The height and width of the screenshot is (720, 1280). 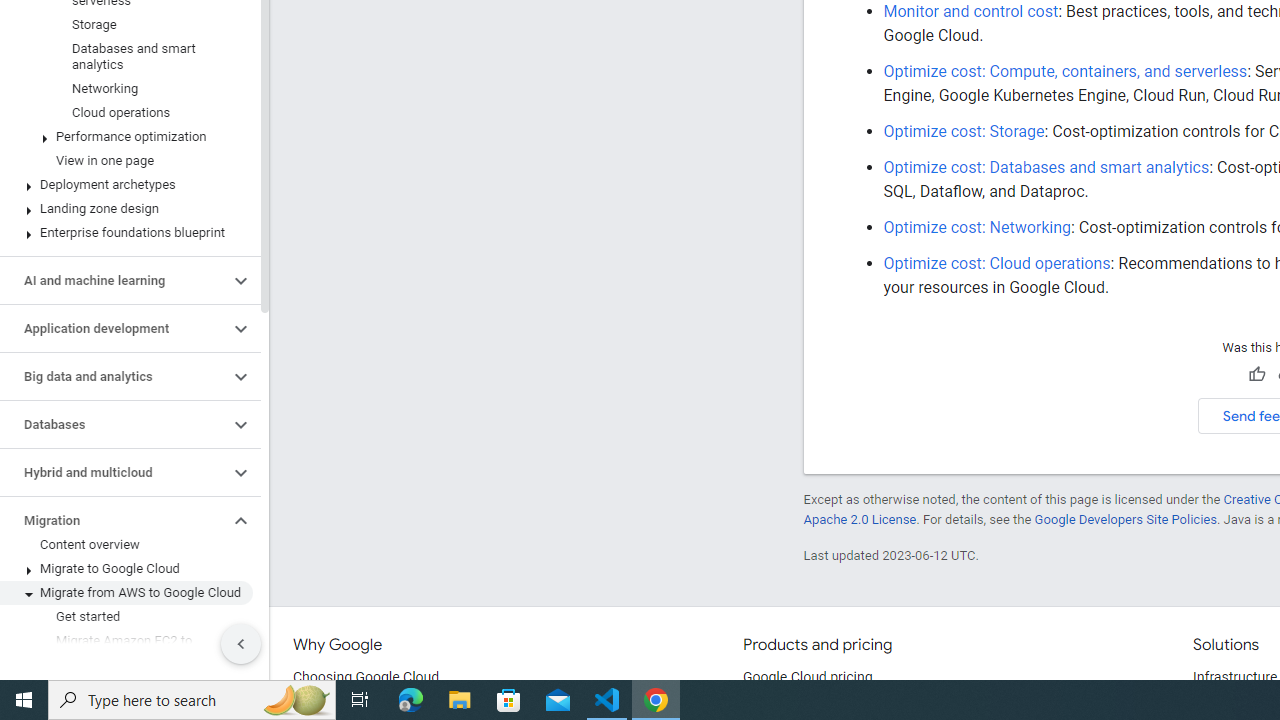 What do you see at coordinates (113, 281) in the screenshot?
I see `'AI and machine learning'` at bounding box center [113, 281].